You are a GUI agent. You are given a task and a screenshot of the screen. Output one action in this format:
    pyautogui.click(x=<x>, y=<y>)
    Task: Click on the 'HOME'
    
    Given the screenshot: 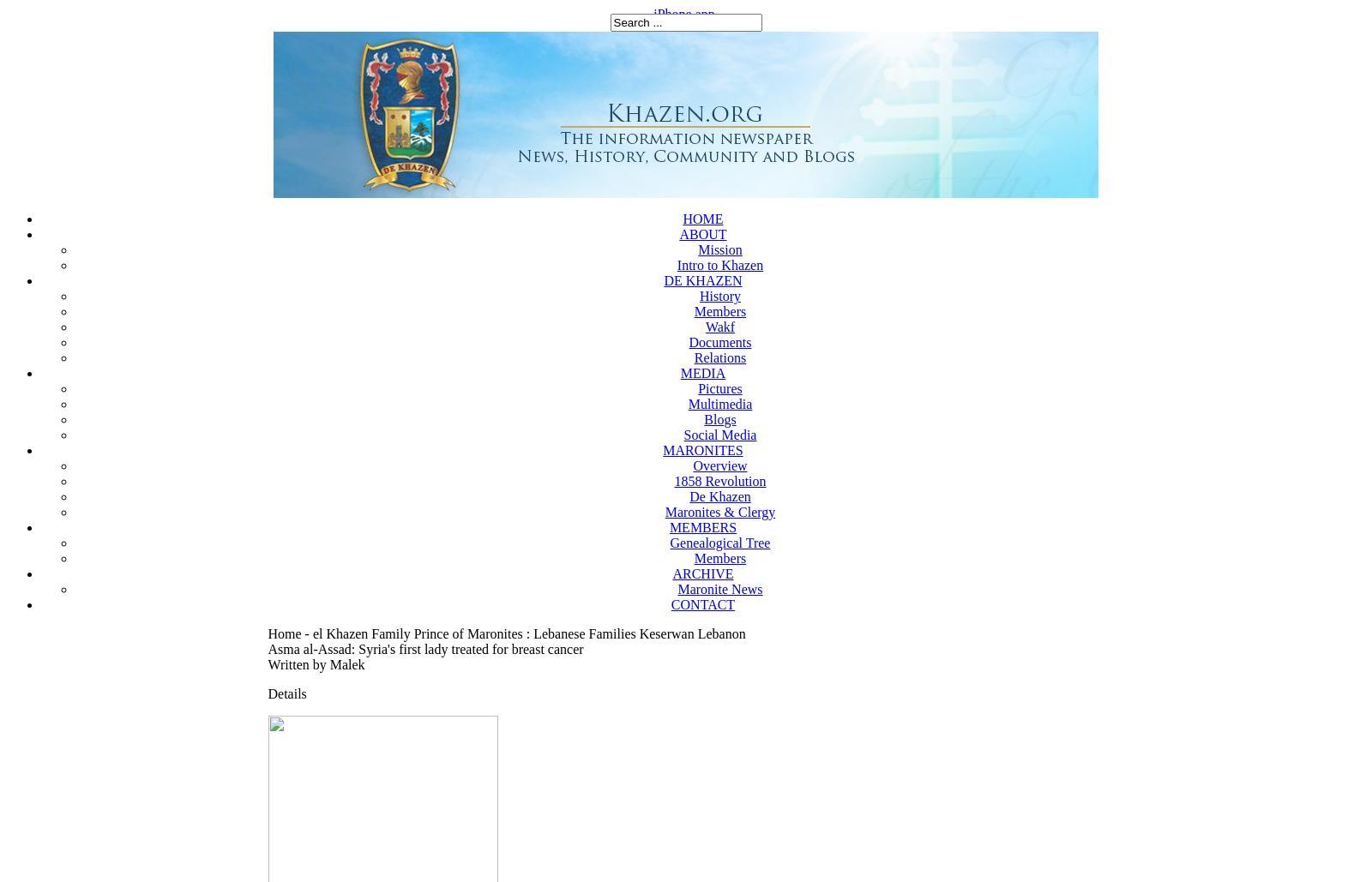 What is the action you would take?
    pyautogui.click(x=701, y=218)
    